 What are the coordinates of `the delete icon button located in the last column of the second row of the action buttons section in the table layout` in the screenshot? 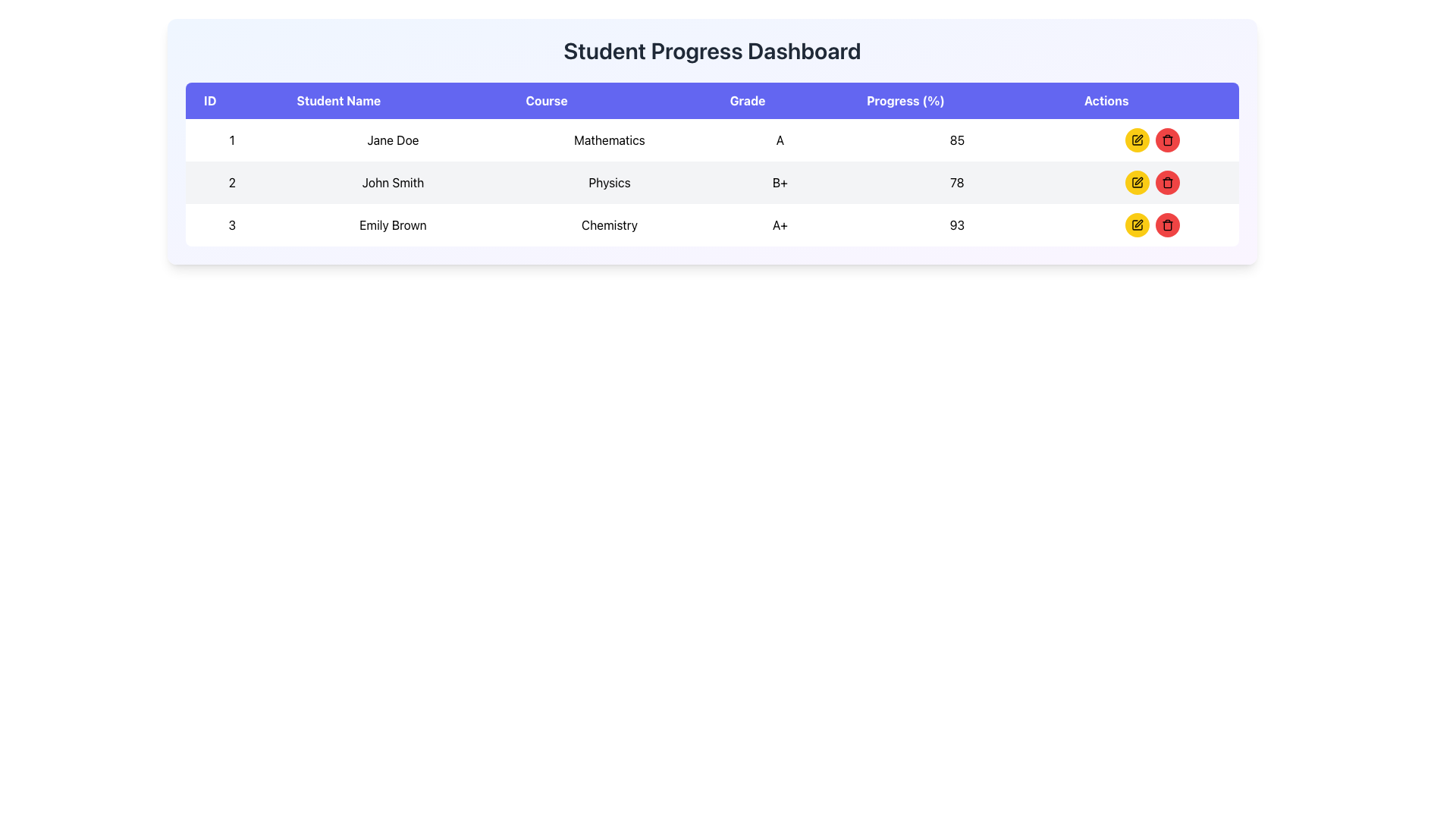 It's located at (1166, 225).